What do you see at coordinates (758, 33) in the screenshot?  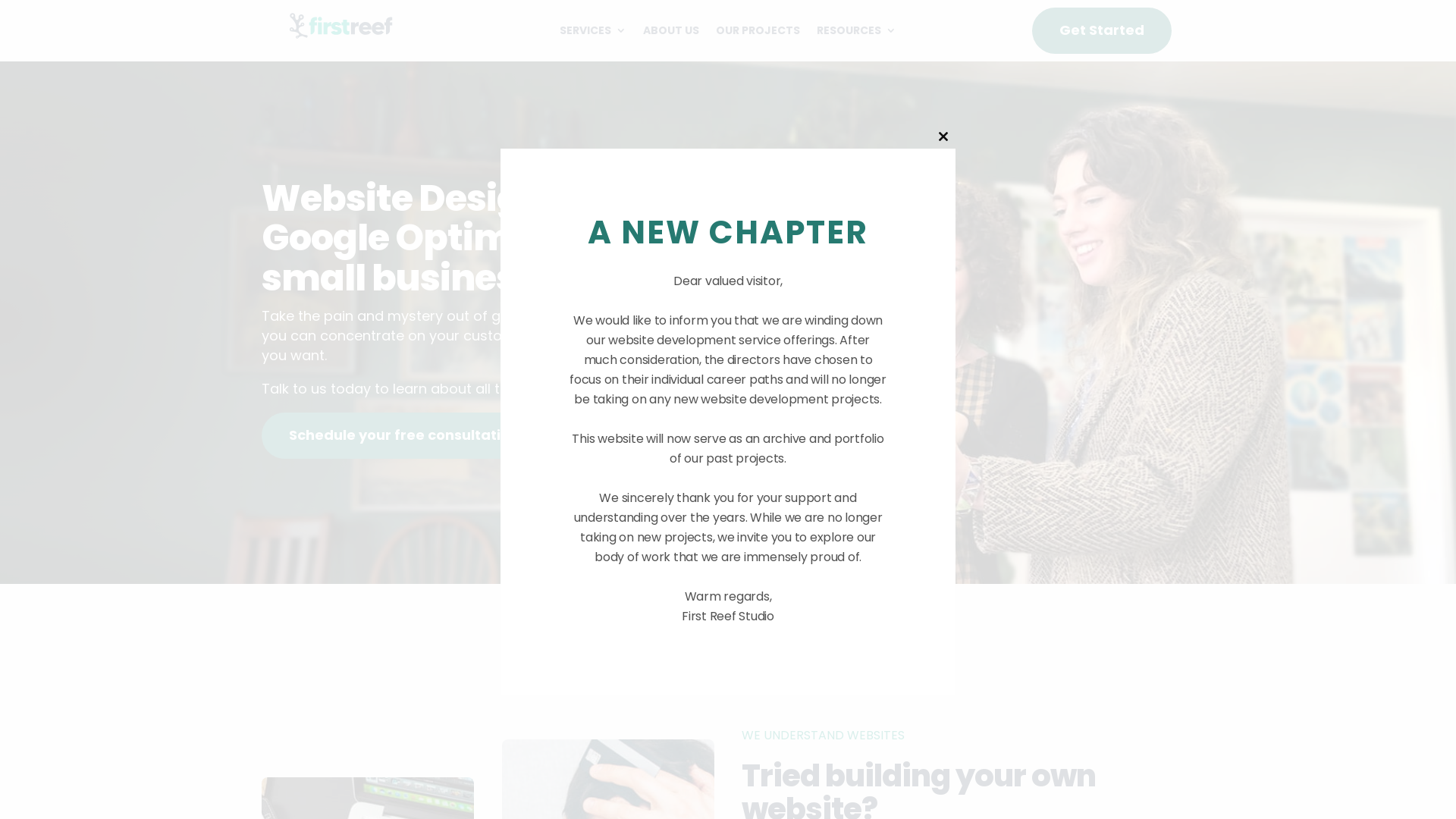 I see `'OUR PROJECTS'` at bounding box center [758, 33].